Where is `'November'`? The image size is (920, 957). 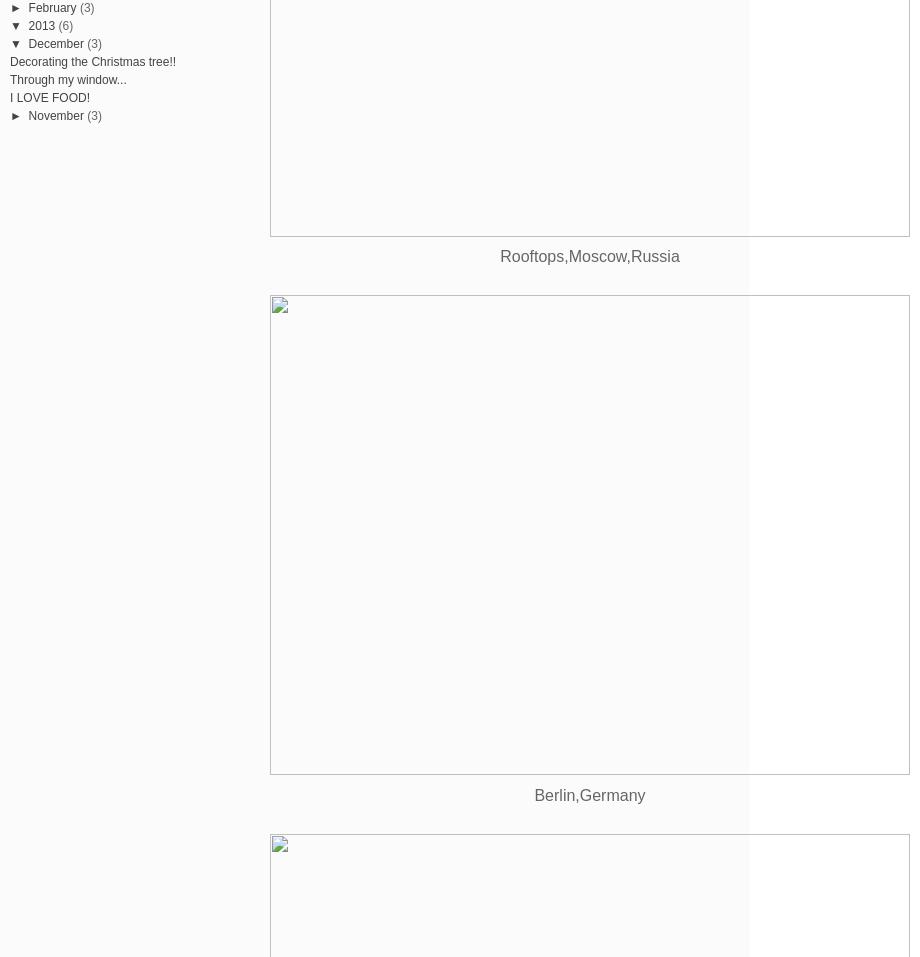
'November' is located at coordinates (27, 115).